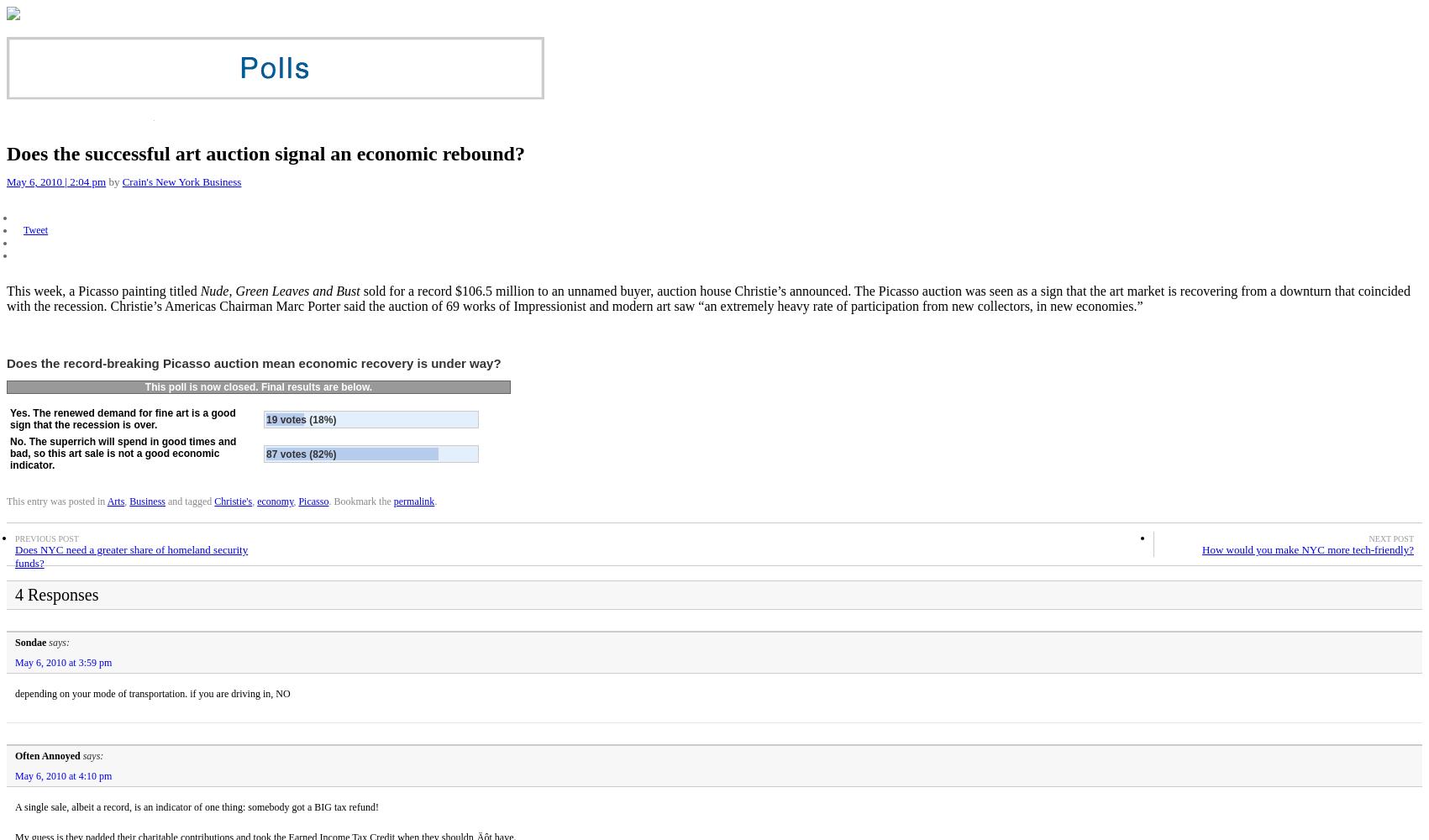 This screenshot has height=840, width=1429. Describe the element at coordinates (151, 692) in the screenshot. I see `'depending on your mode of transportation. if you are driving in, NO'` at that location.